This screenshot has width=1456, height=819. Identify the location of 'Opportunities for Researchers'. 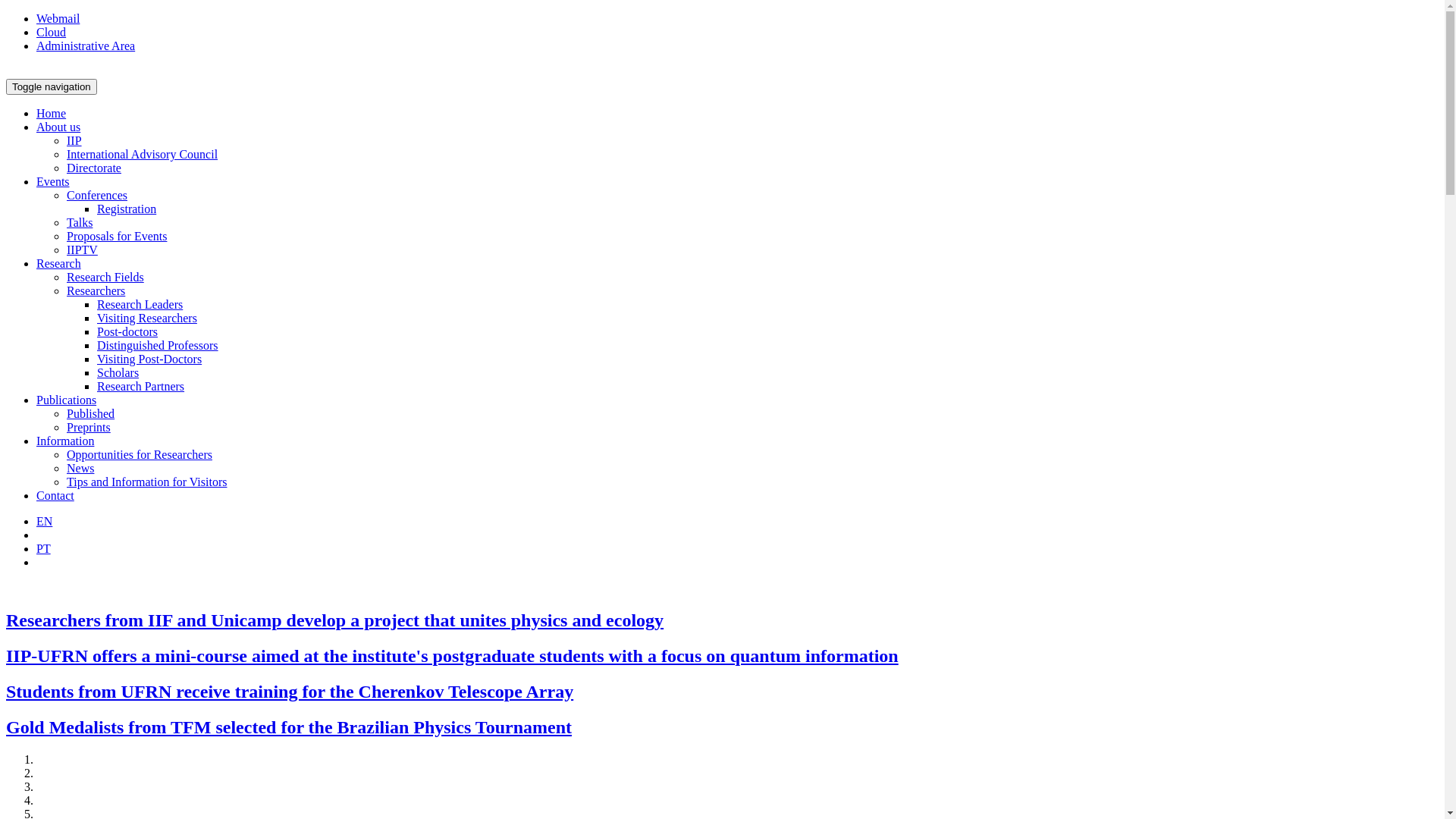
(65, 453).